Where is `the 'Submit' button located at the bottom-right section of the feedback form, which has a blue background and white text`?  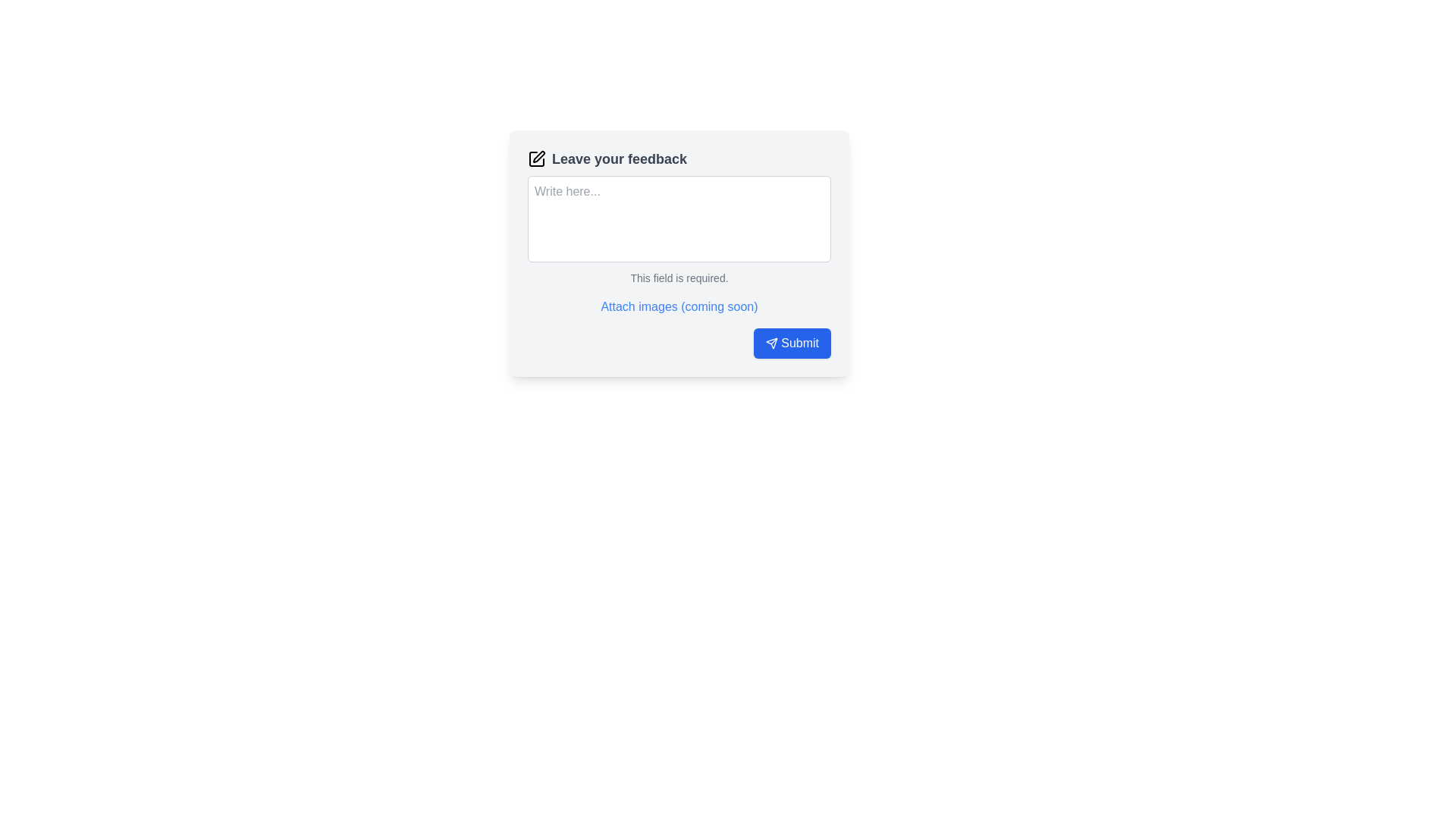 the 'Submit' button located at the bottom-right section of the feedback form, which has a blue background and white text is located at coordinates (799, 343).